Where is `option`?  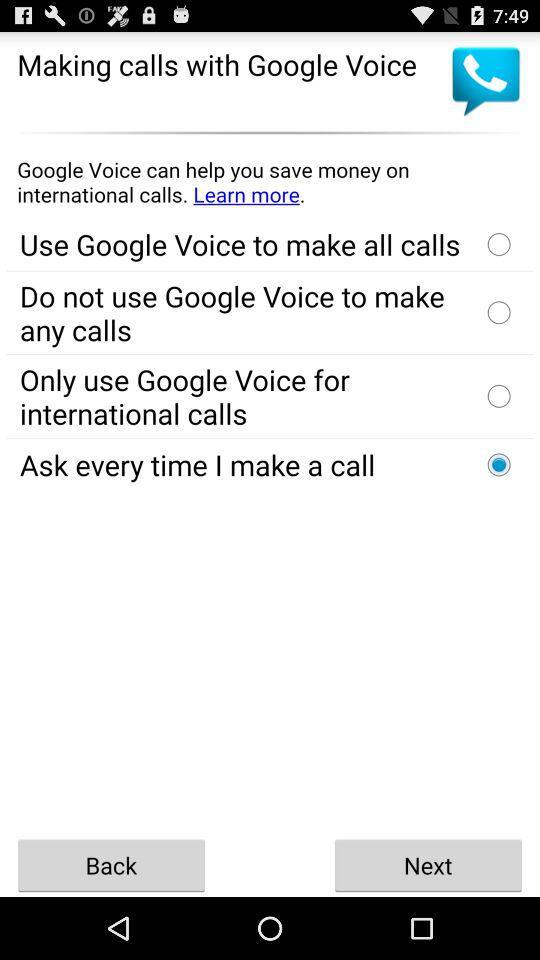
option is located at coordinates (498, 395).